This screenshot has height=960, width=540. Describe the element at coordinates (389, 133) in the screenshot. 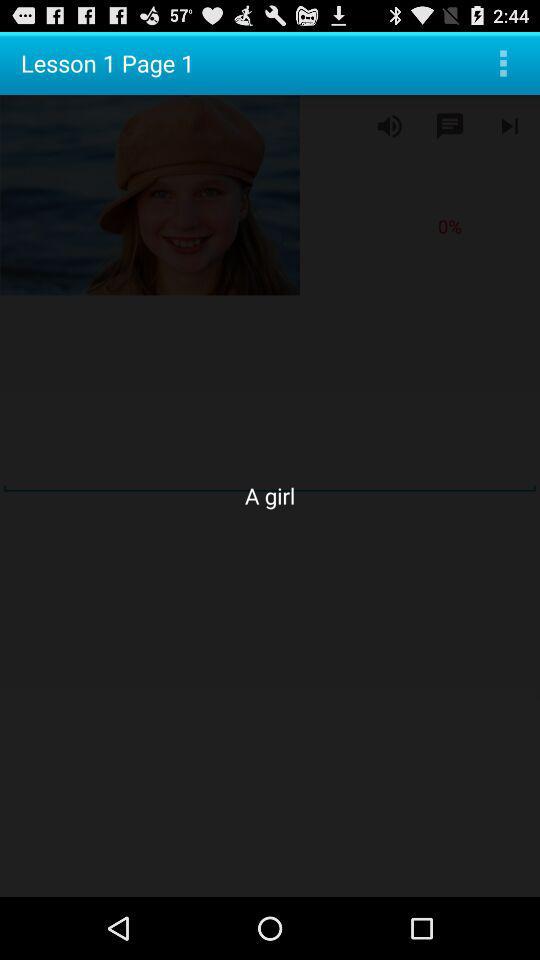

I see `the volume icon` at that location.